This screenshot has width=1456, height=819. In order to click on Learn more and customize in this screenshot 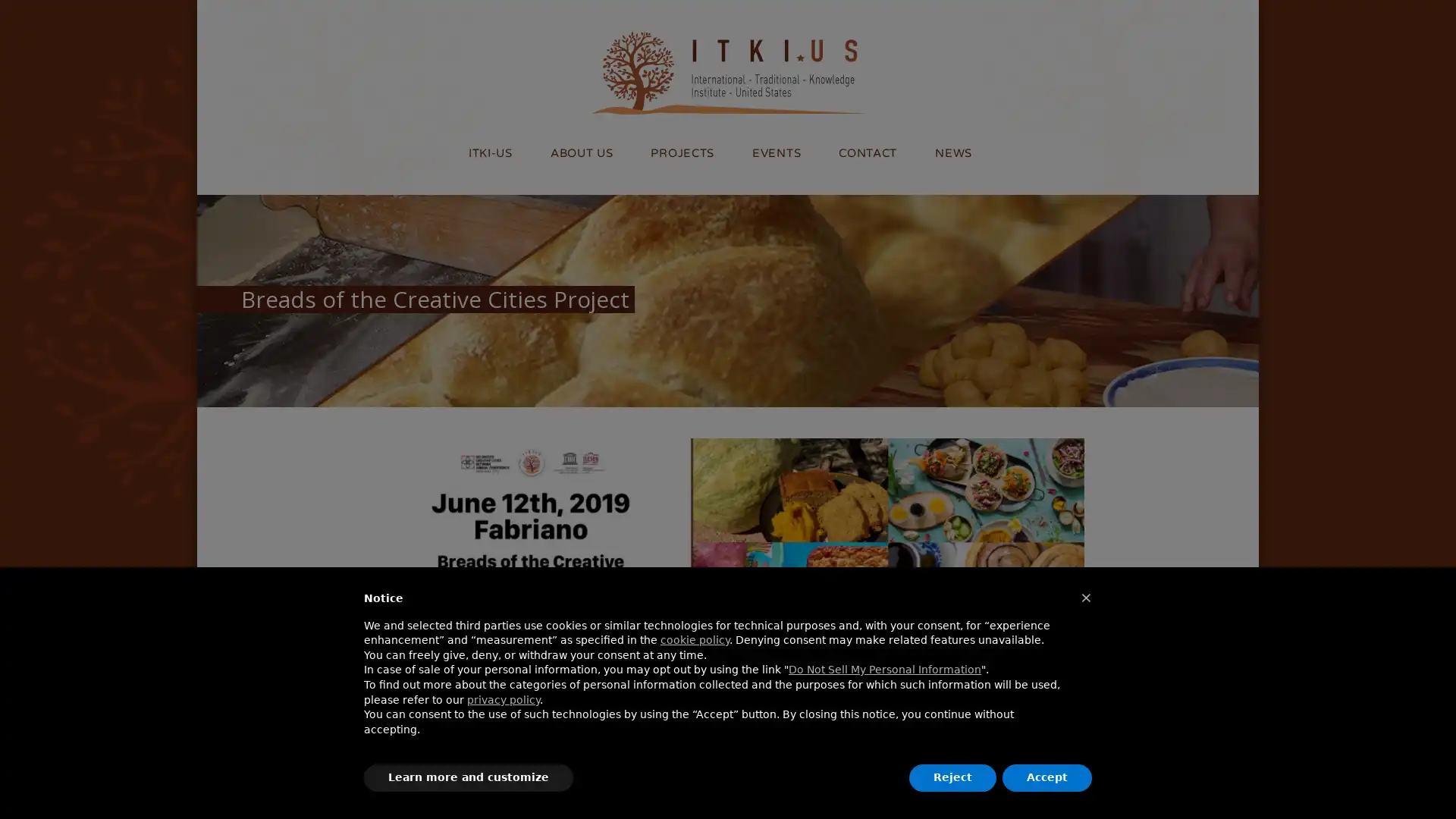, I will do `click(468, 778)`.